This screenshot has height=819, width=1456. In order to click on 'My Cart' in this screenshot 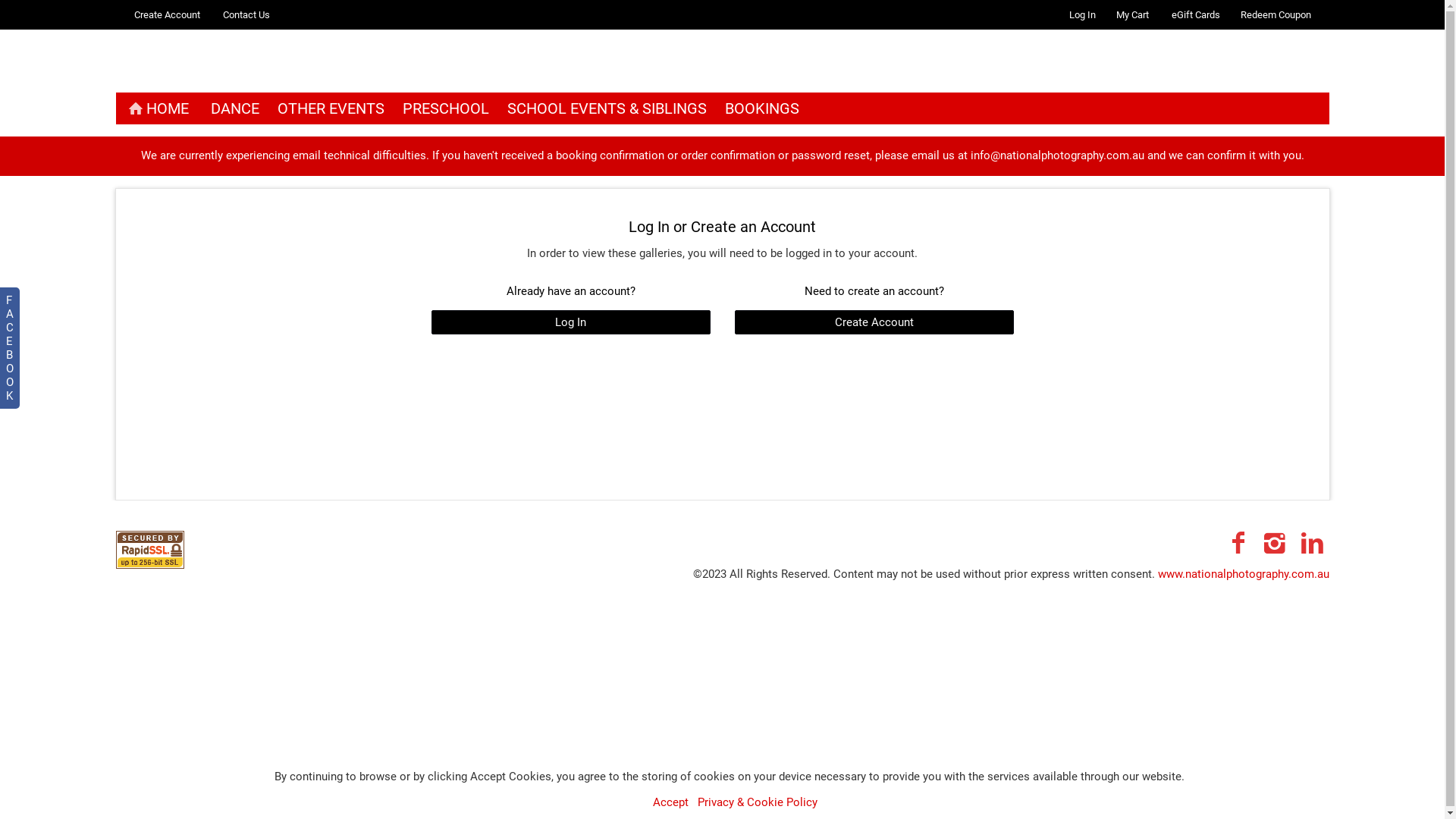, I will do `click(1133, 14)`.